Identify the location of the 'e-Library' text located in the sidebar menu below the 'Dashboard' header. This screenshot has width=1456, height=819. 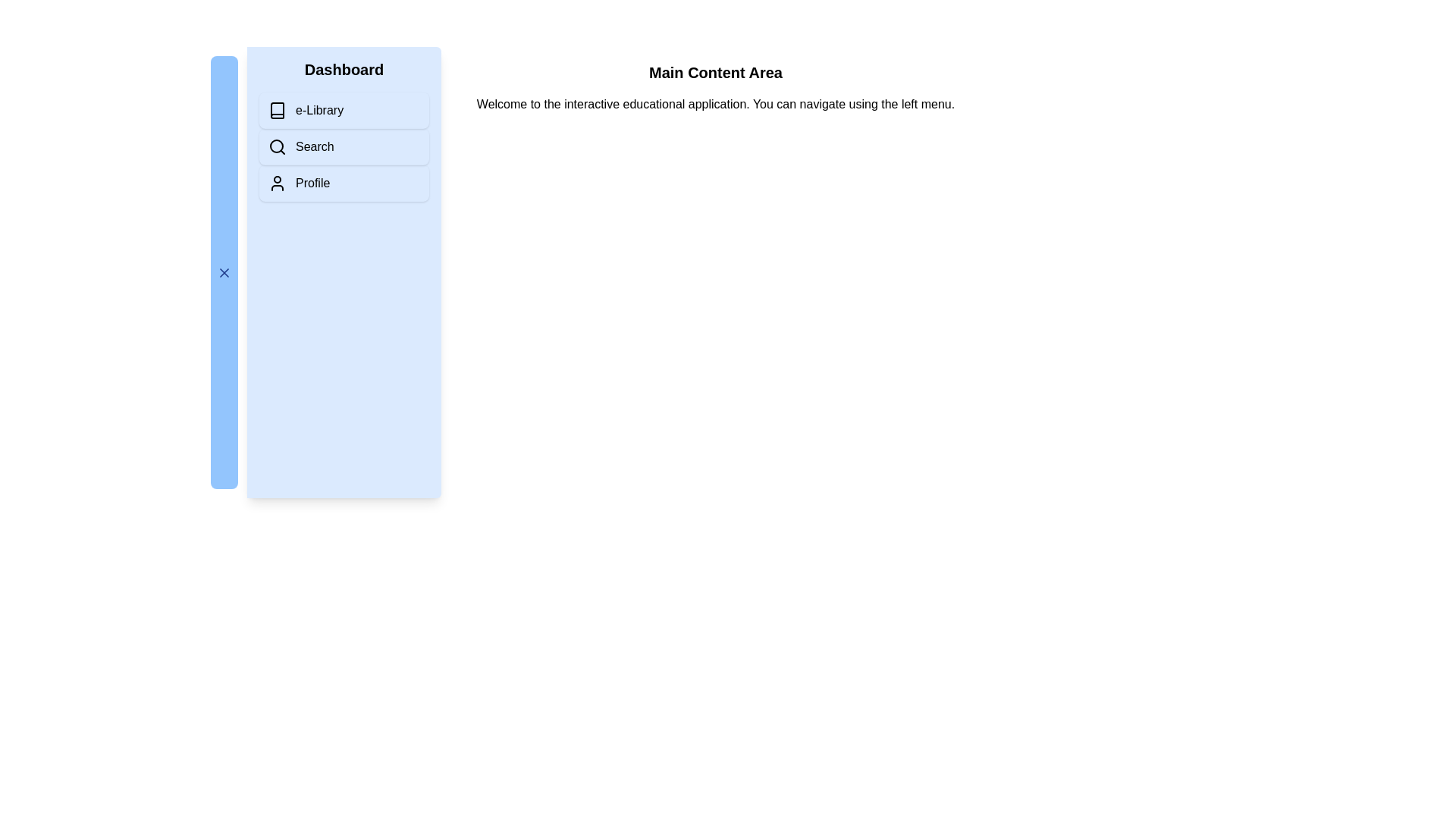
(318, 110).